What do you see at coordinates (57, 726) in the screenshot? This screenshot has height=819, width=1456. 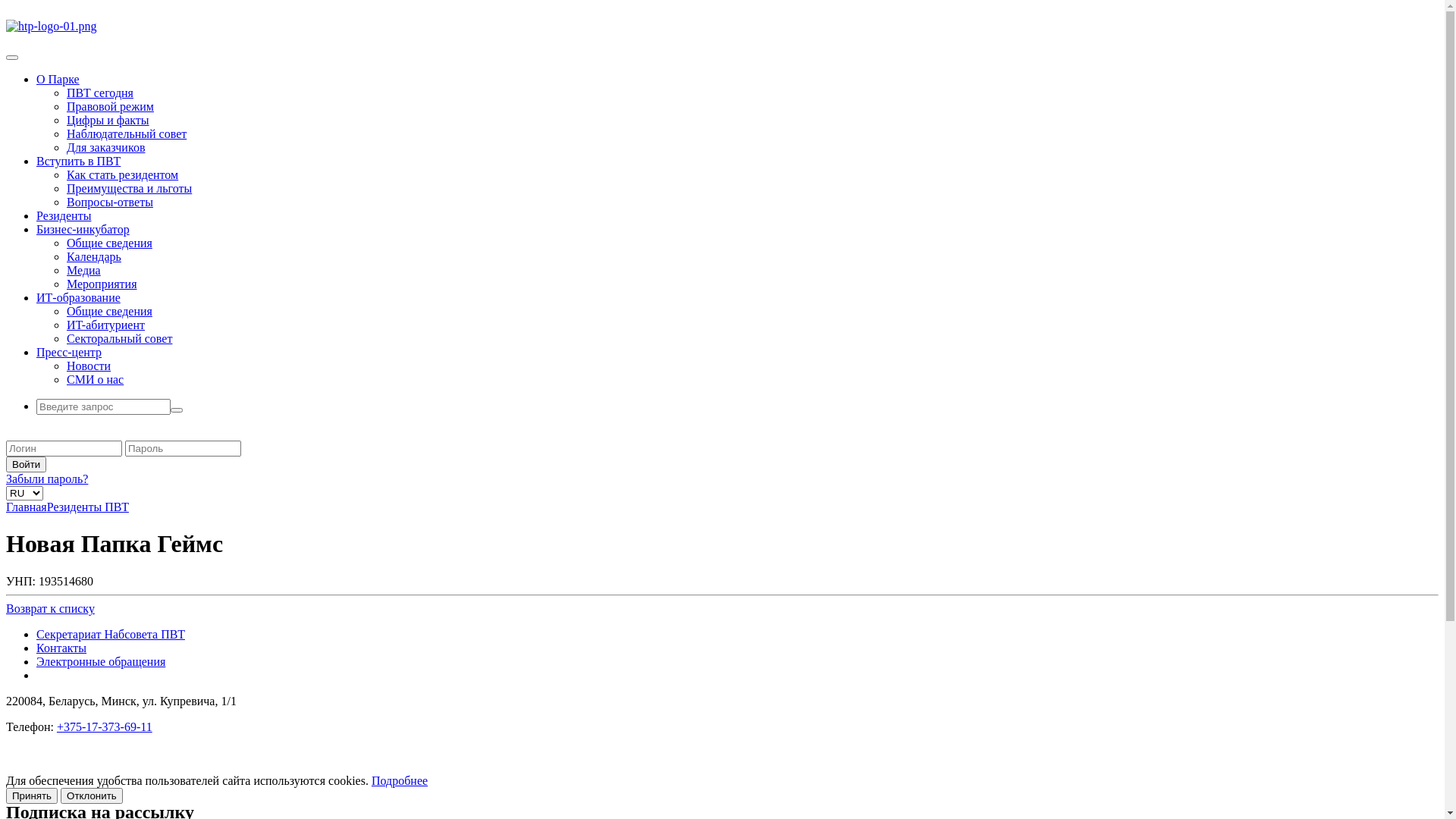 I see `'+375-17-373-69-11'` at bounding box center [57, 726].